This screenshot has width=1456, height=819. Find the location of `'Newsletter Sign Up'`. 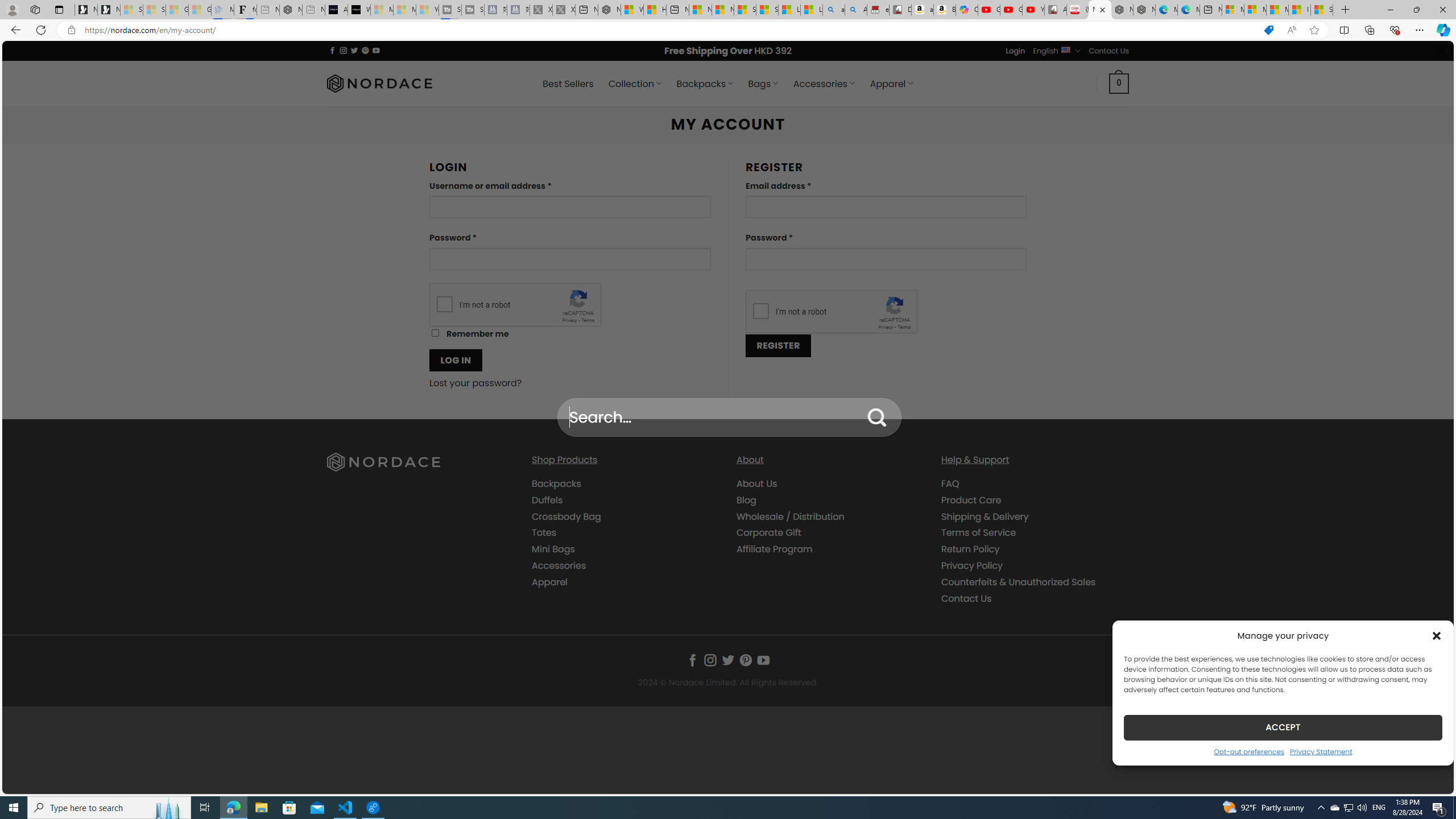

'Newsletter Sign Up' is located at coordinates (109, 9).